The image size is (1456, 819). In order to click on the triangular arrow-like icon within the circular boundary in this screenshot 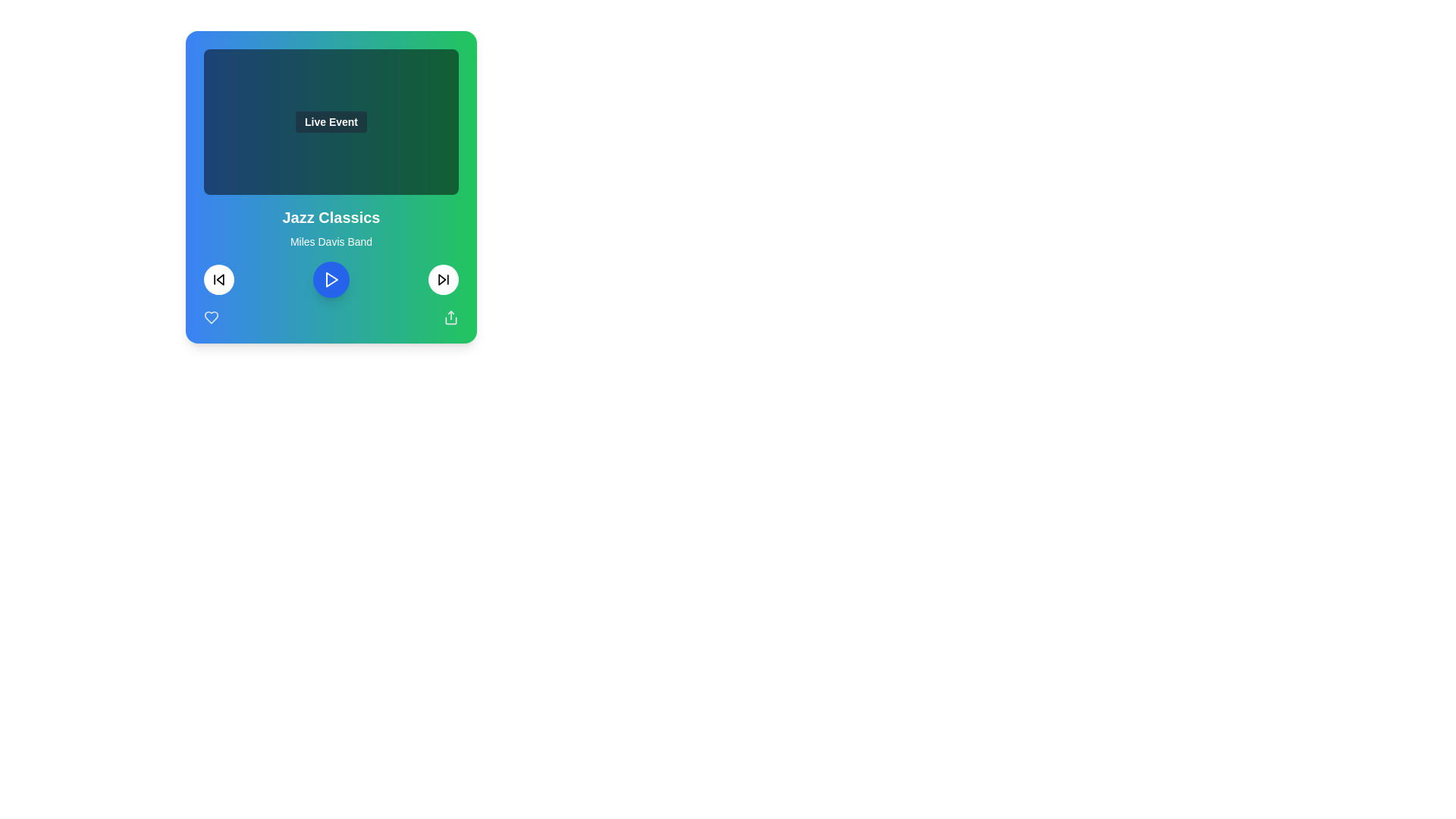, I will do `click(219, 280)`.